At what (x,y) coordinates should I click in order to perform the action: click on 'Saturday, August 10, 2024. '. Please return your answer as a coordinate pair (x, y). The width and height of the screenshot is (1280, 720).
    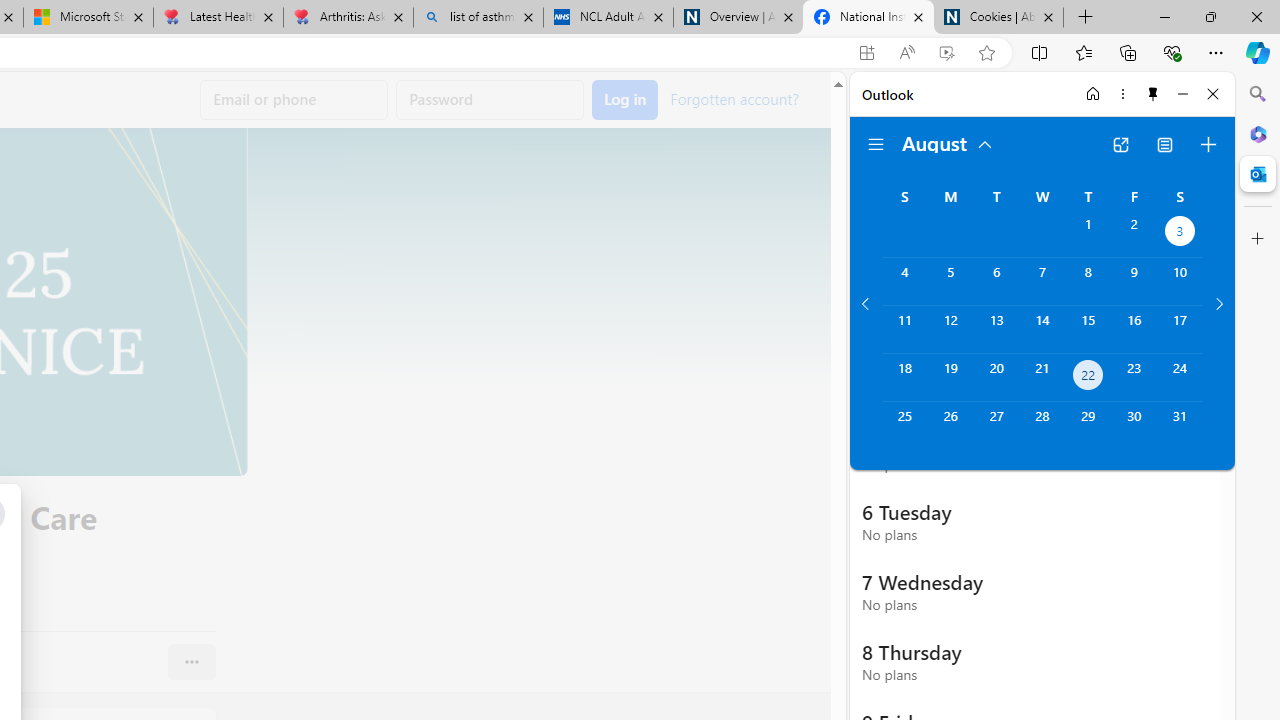
    Looking at the image, I should click on (1180, 281).